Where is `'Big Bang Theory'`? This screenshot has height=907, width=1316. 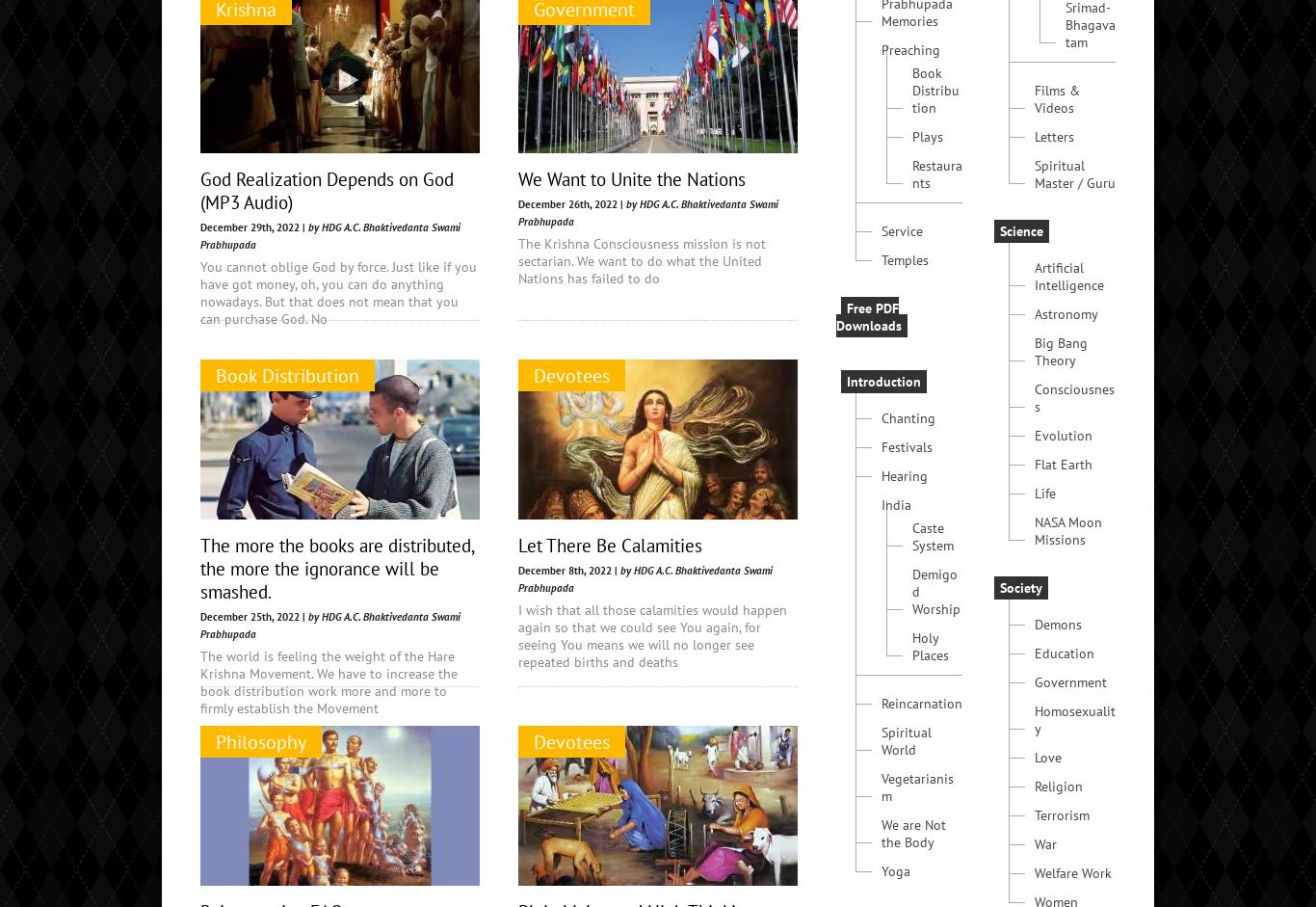 'Big Bang Theory' is located at coordinates (1060, 496).